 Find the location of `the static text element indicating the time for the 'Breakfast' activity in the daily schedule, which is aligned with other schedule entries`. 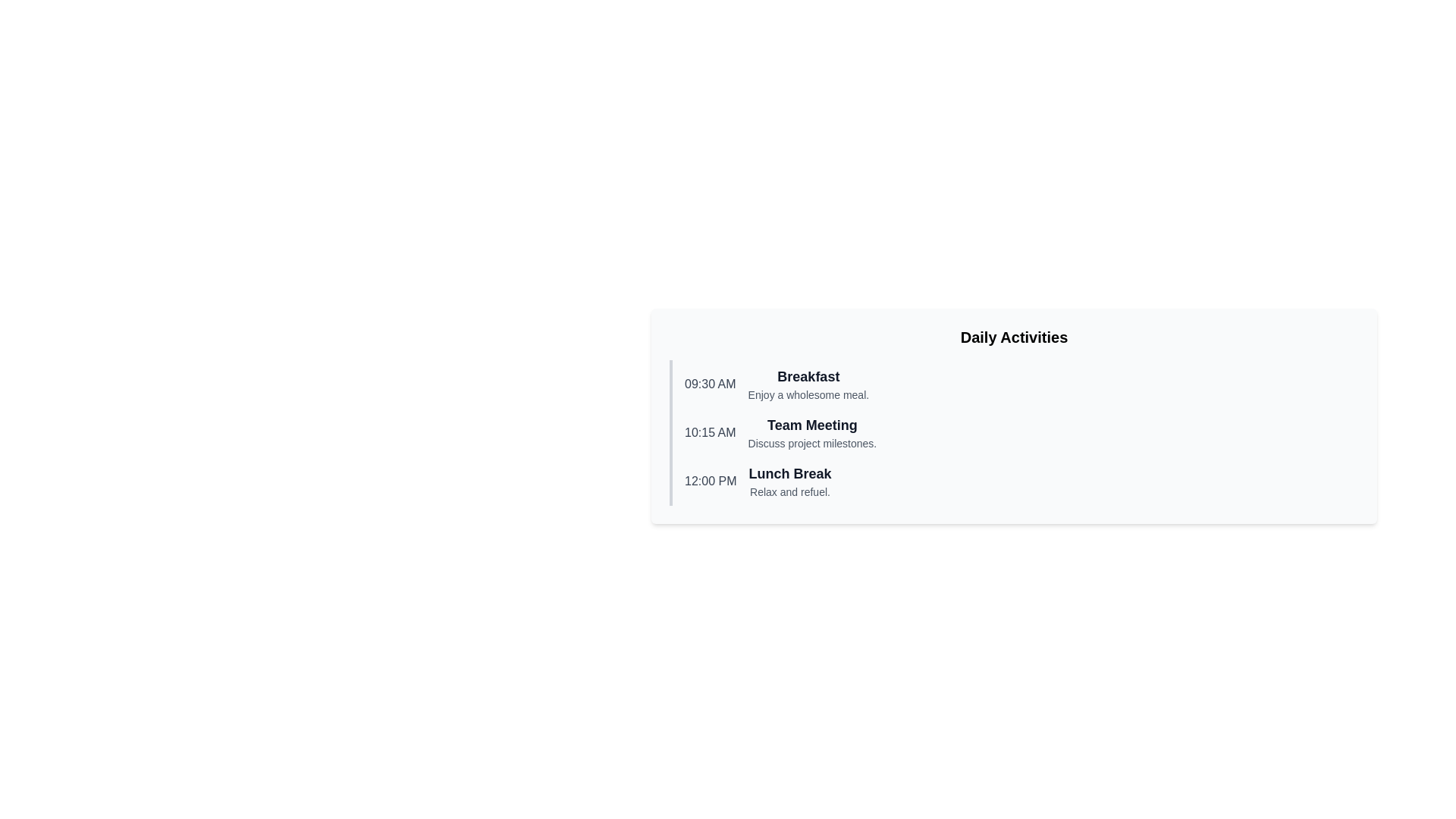

the static text element indicating the time for the 'Breakfast' activity in the daily schedule, which is aligned with other schedule entries is located at coordinates (709, 383).